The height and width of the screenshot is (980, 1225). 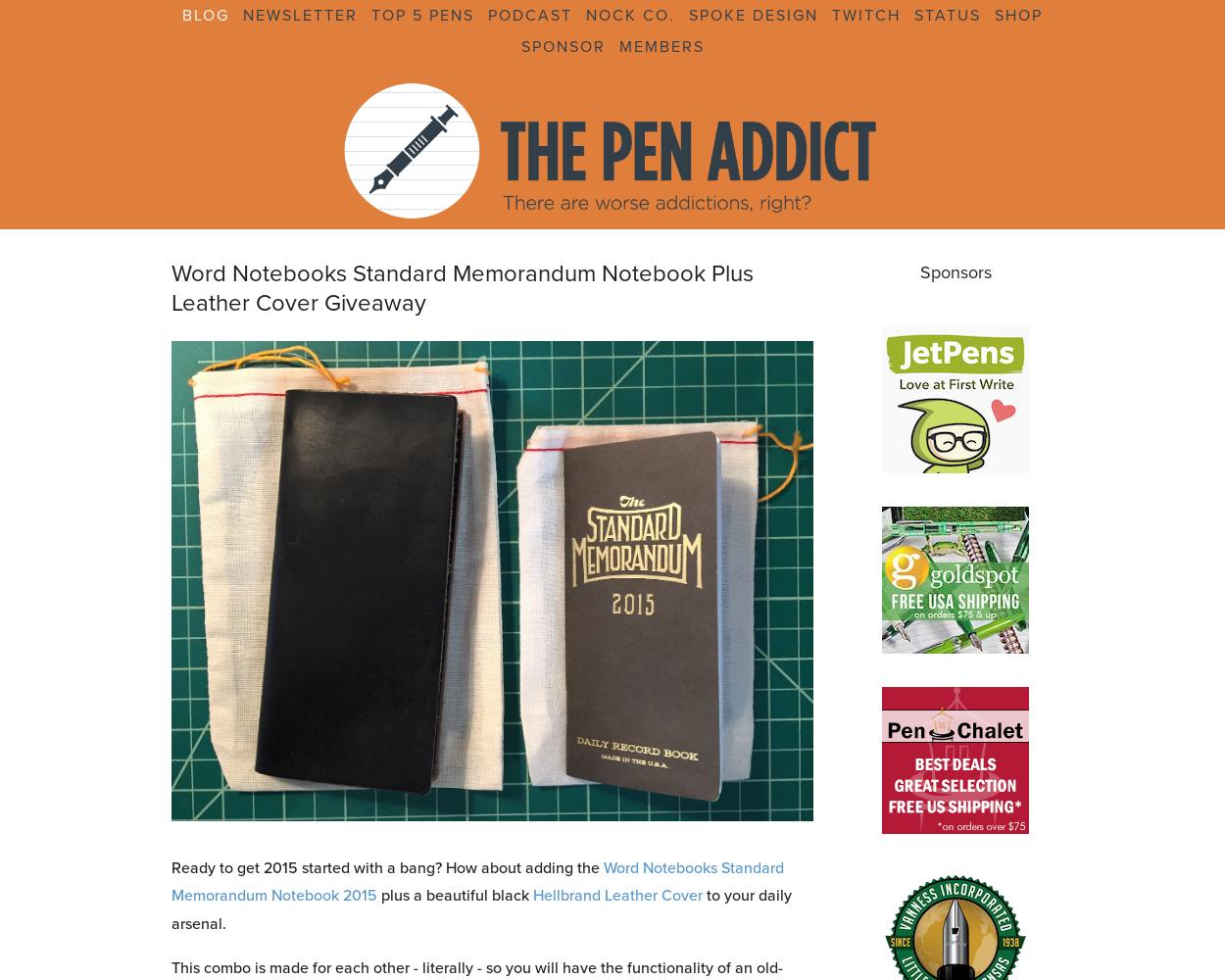 What do you see at coordinates (480, 909) in the screenshot?
I see `'to your daily arsenal.'` at bounding box center [480, 909].